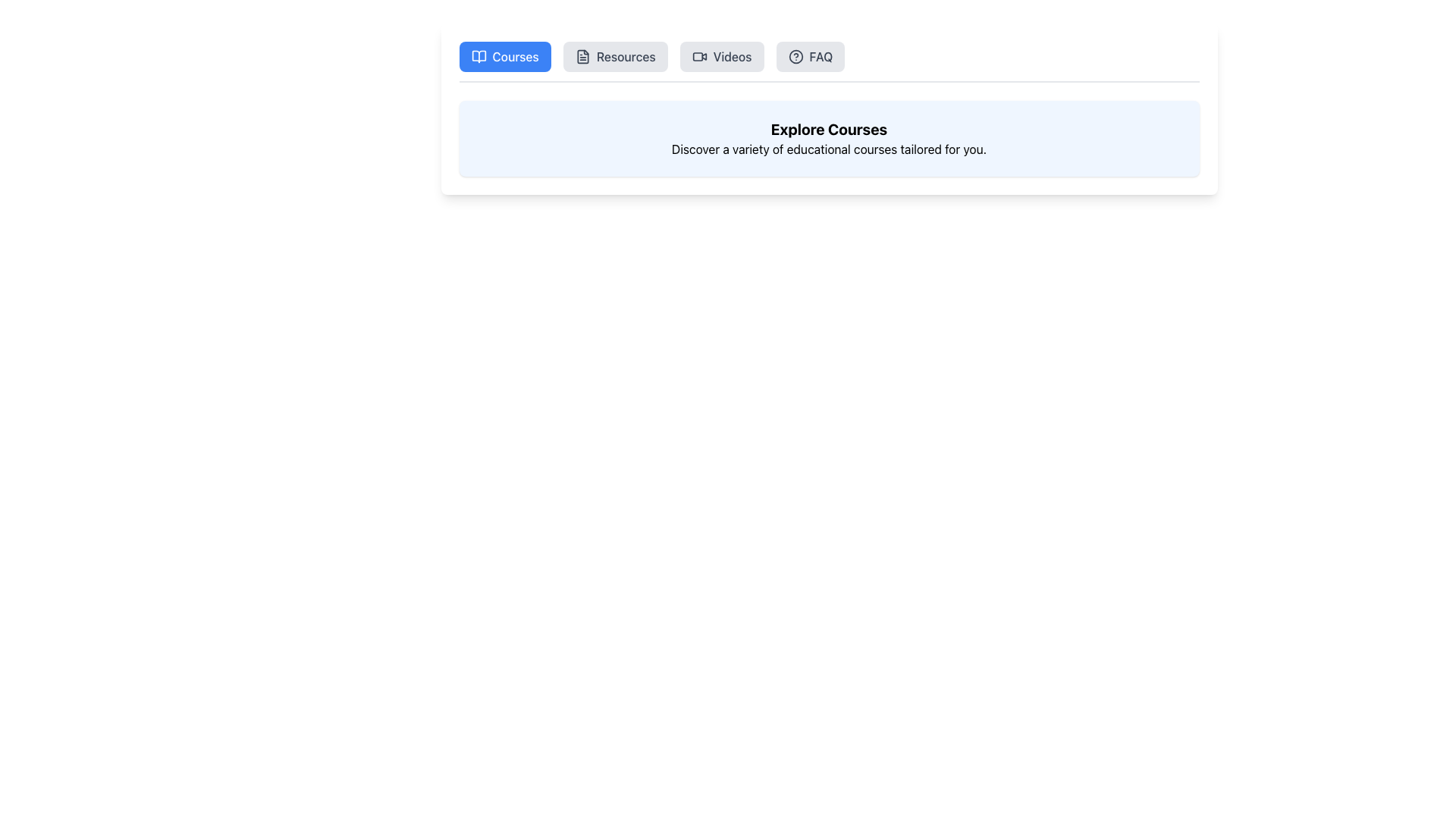 The height and width of the screenshot is (819, 1456). What do you see at coordinates (582, 55) in the screenshot?
I see `the small document or file icon adjacent to the 'Resources' text label in the top navigation section of the page` at bounding box center [582, 55].